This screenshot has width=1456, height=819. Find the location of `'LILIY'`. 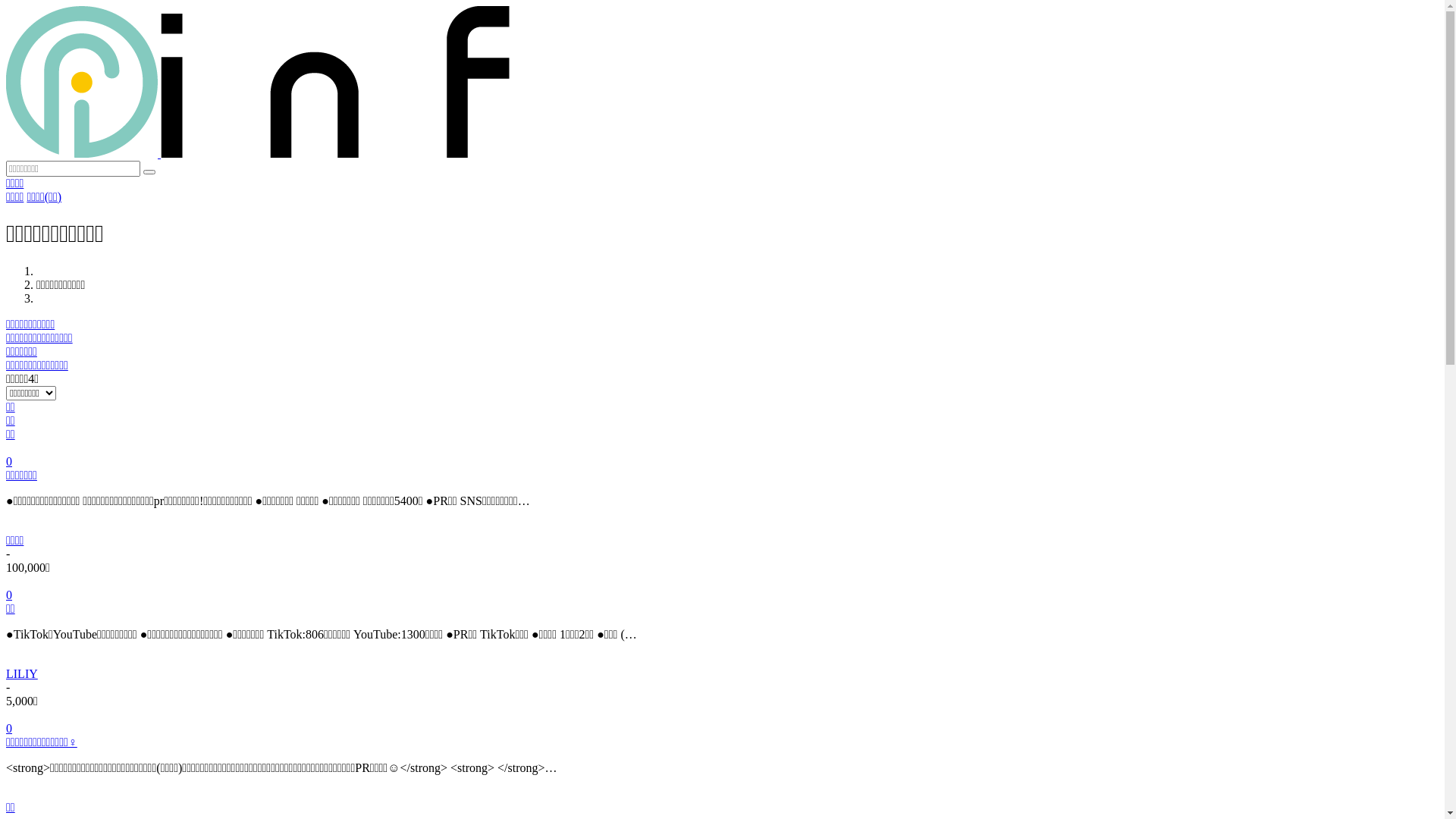

'LILIY' is located at coordinates (6, 673).